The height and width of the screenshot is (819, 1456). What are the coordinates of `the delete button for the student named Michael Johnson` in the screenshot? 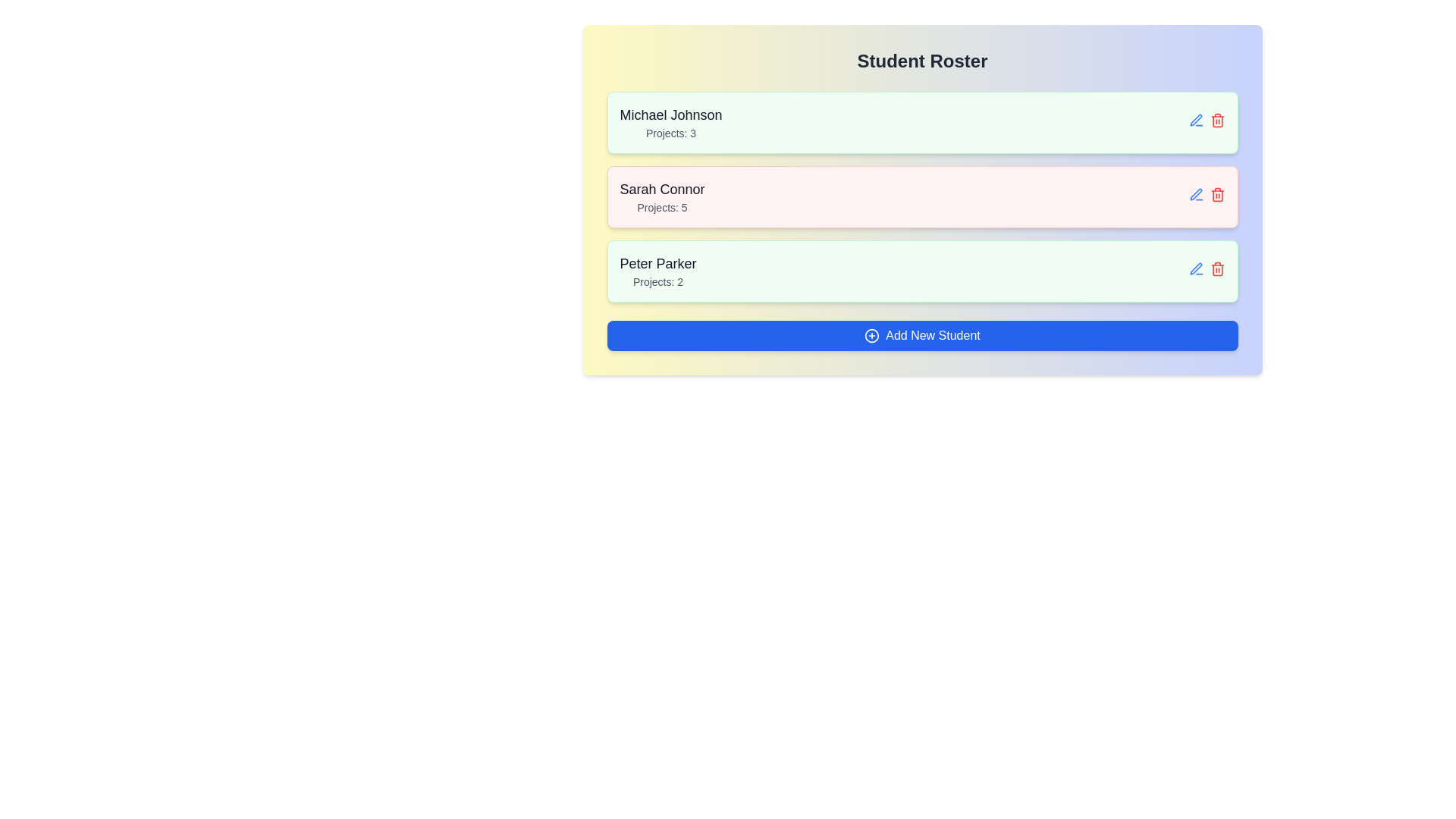 It's located at (1217, 119).